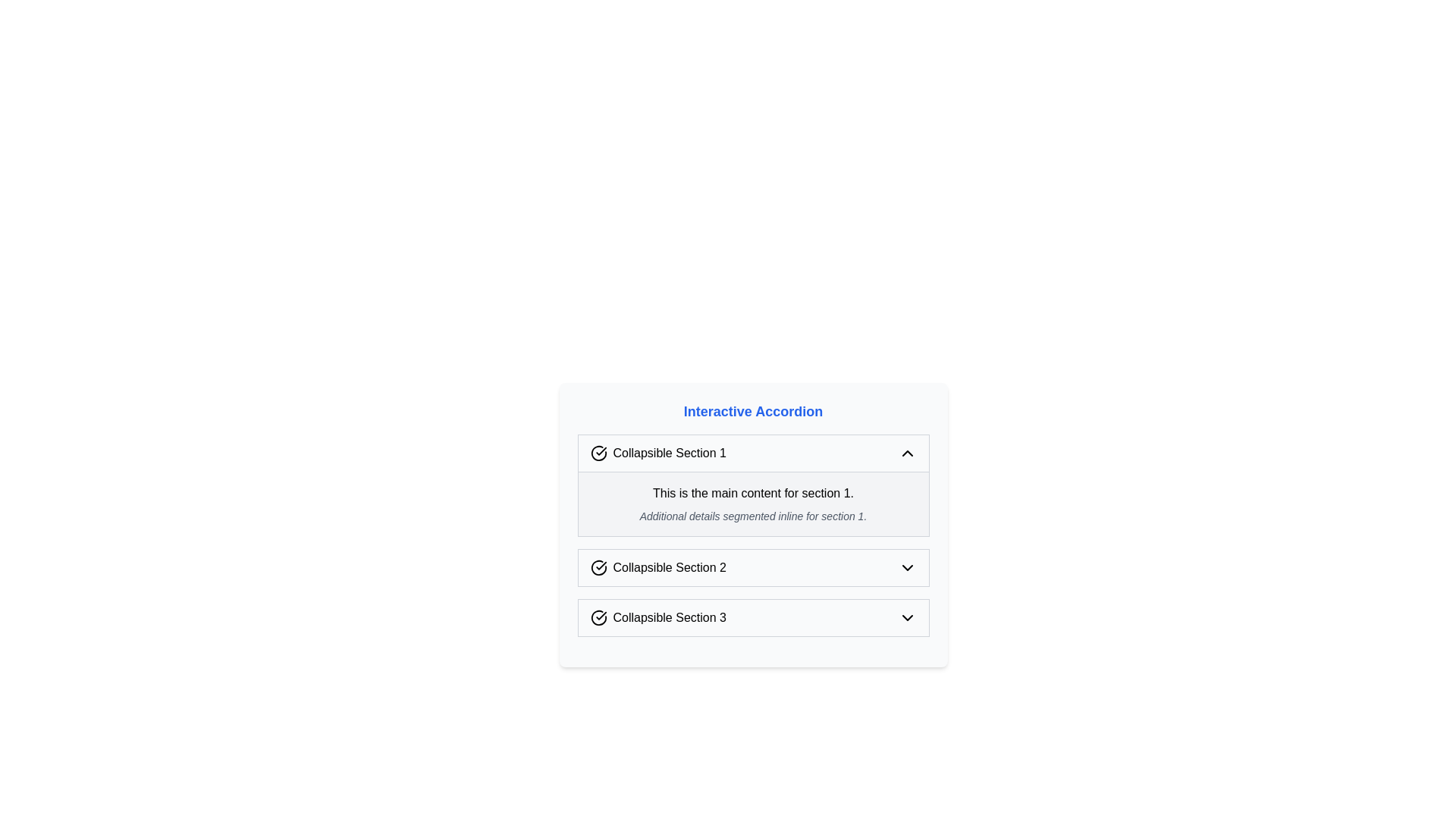 Image resolution: width=1456 pixels, height=819 pixels. Describe the element at coordinates (753, 504) in the screenshot. I see `content from the text block that states 'This is the main content for section 1.' and includes additional details in italicized smaller text, located within 'Collapsible Section 1'` at that location.